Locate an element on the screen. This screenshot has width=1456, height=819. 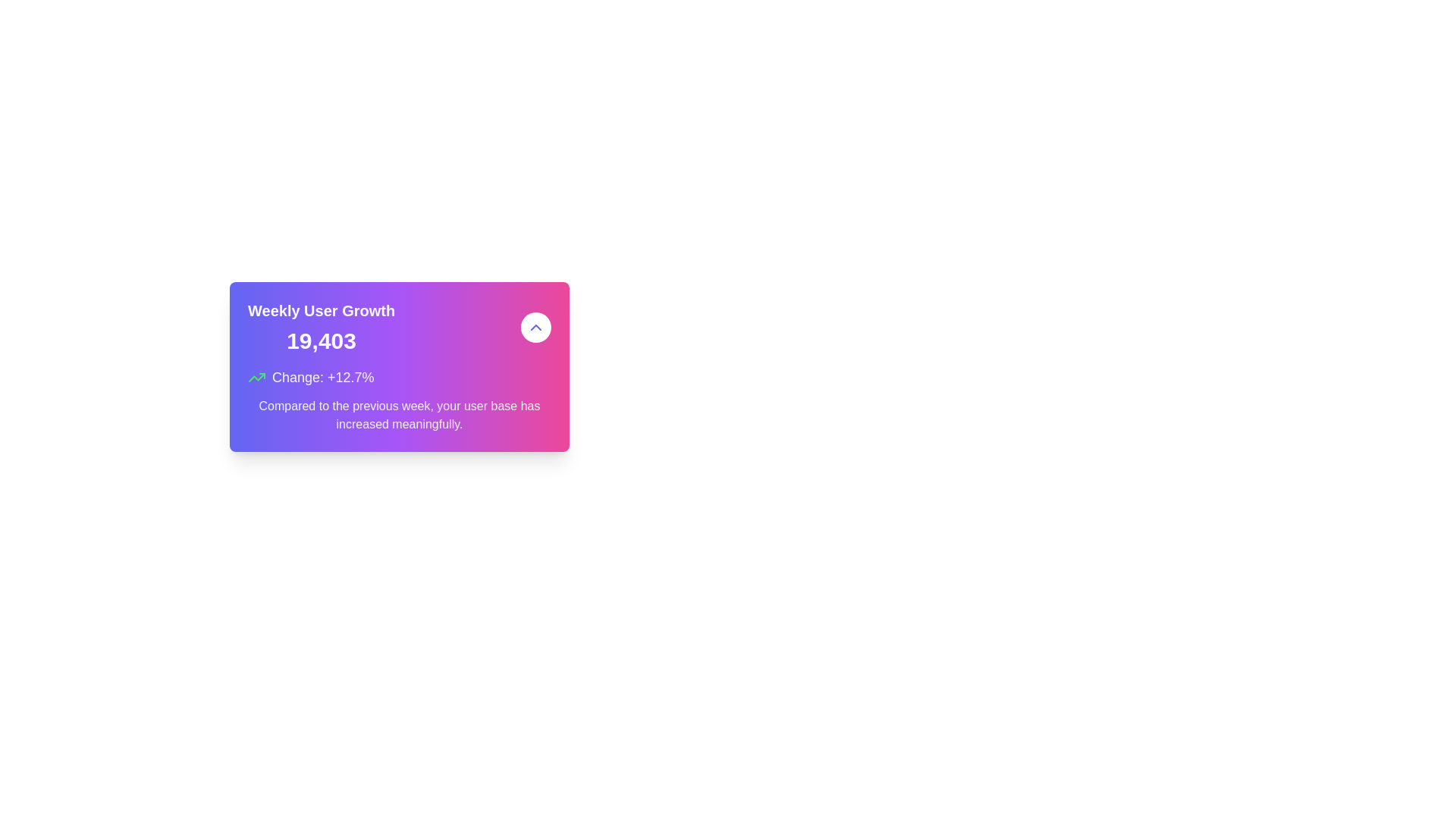
text label that serves as a title for the statistical data presented in the card, positioned at the top-left corner above the numerical text '19,403' is located at coordinates (321, 309).